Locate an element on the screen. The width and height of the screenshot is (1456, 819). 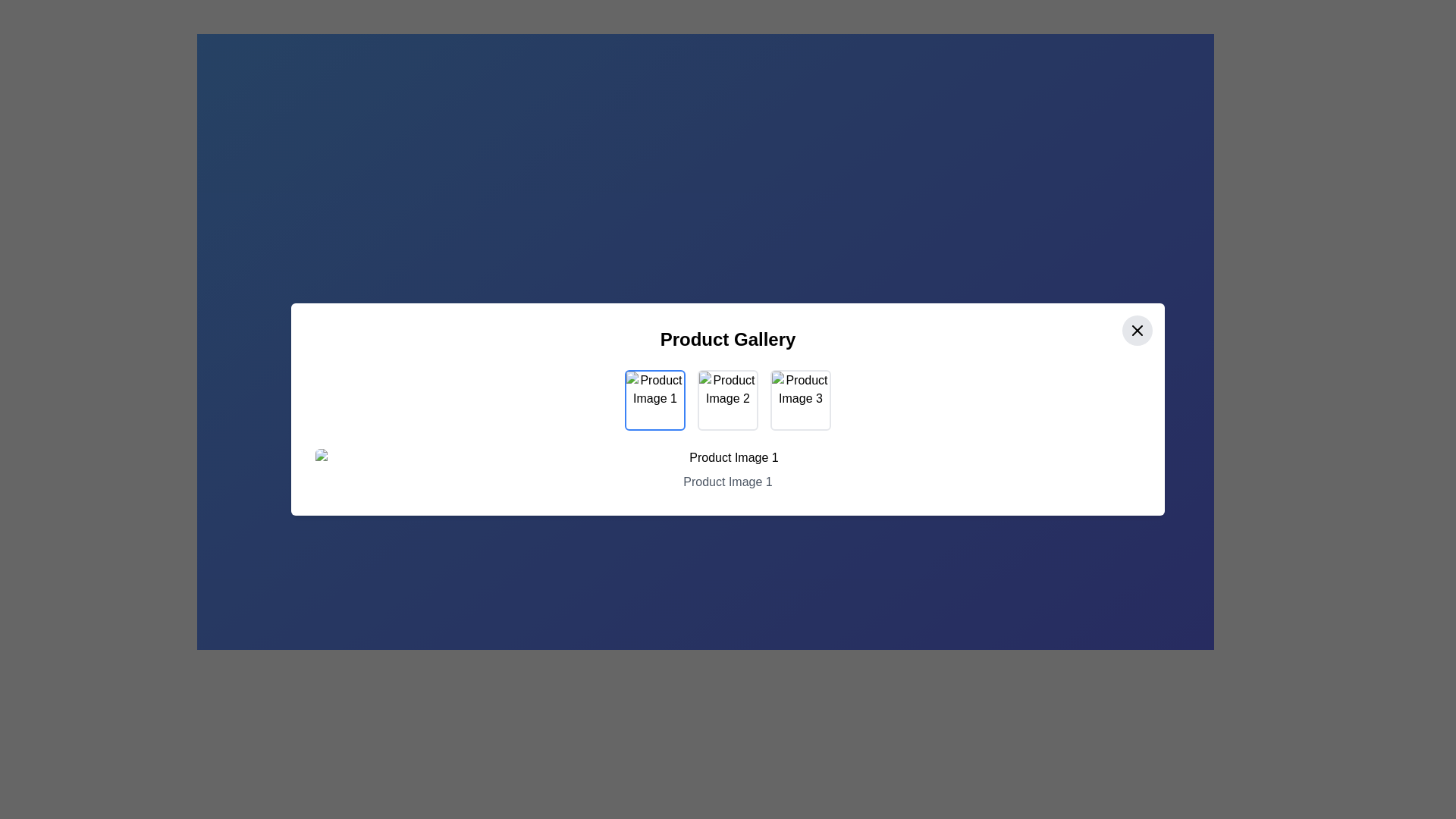
the small black 'X' icon located inside the circular button at the top-right corner of the dialog box is located at coordinates (1137, 329).